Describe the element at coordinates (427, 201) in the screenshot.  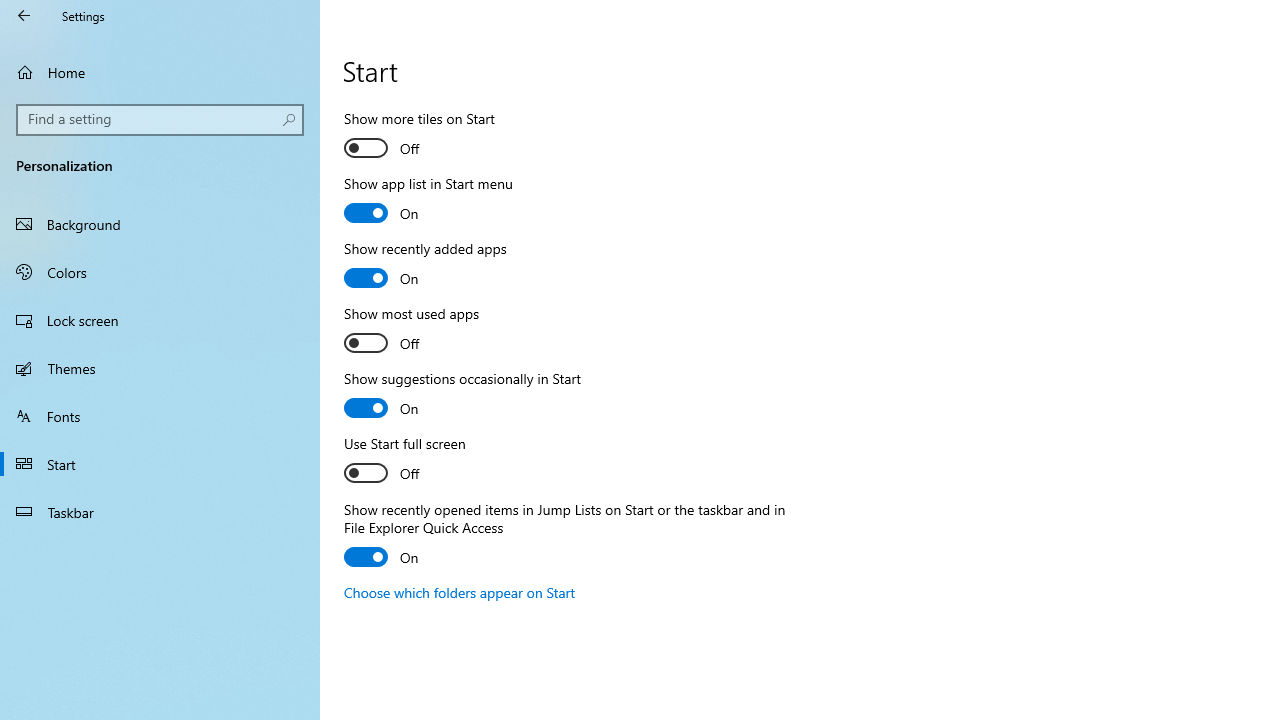
I see `'Show app list in Start menu'` at that location.